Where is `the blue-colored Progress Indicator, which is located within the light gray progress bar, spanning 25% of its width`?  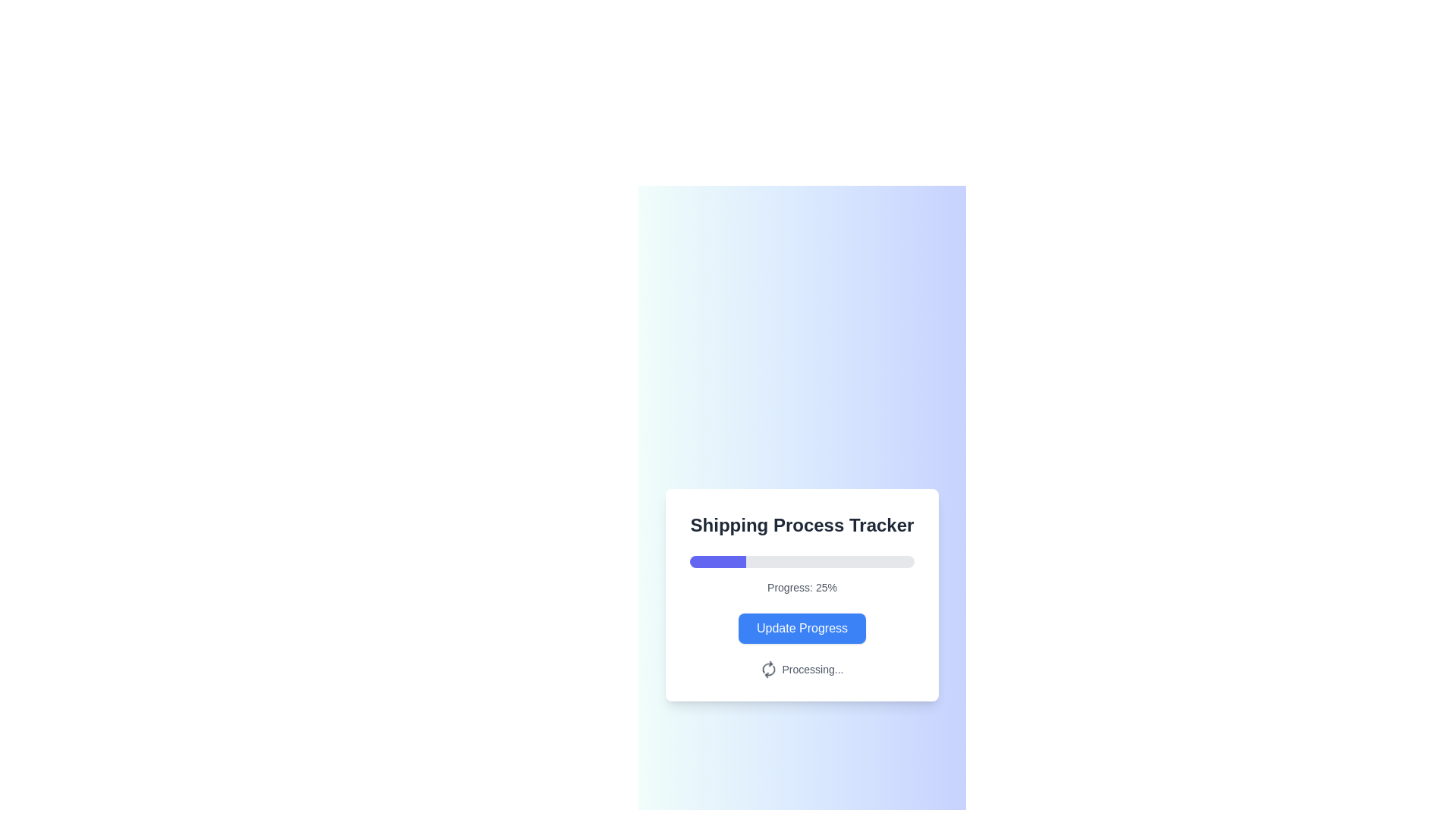
the blue-colored Progress Indicator, which is located within the light gray progress bar, spanning 25% of its width is located at coordinates (717, 561).